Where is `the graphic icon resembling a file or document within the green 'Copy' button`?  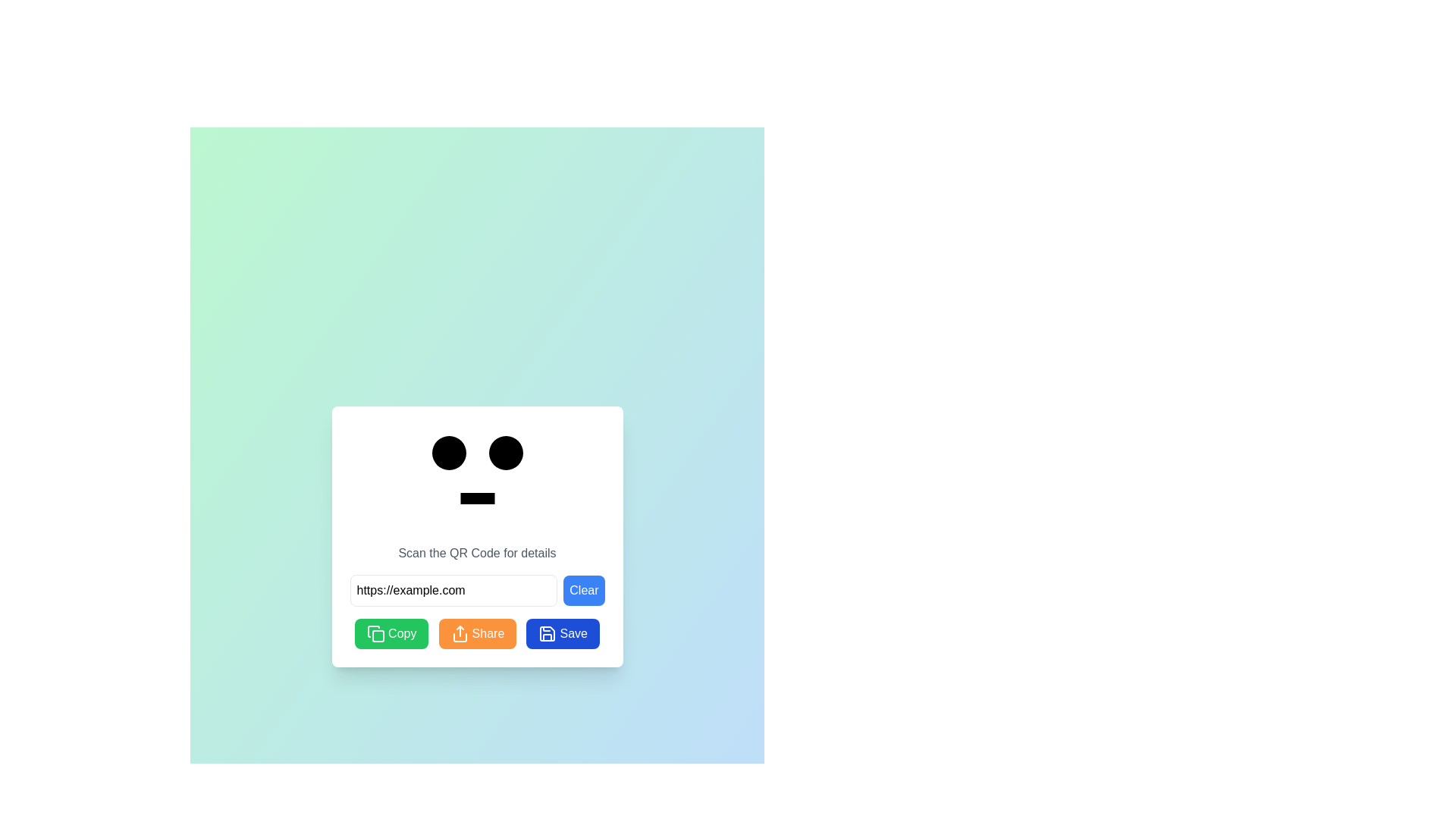 the graphic icon resembling a file or document within the green 'Copy' button is located at coordinates (374, 632).